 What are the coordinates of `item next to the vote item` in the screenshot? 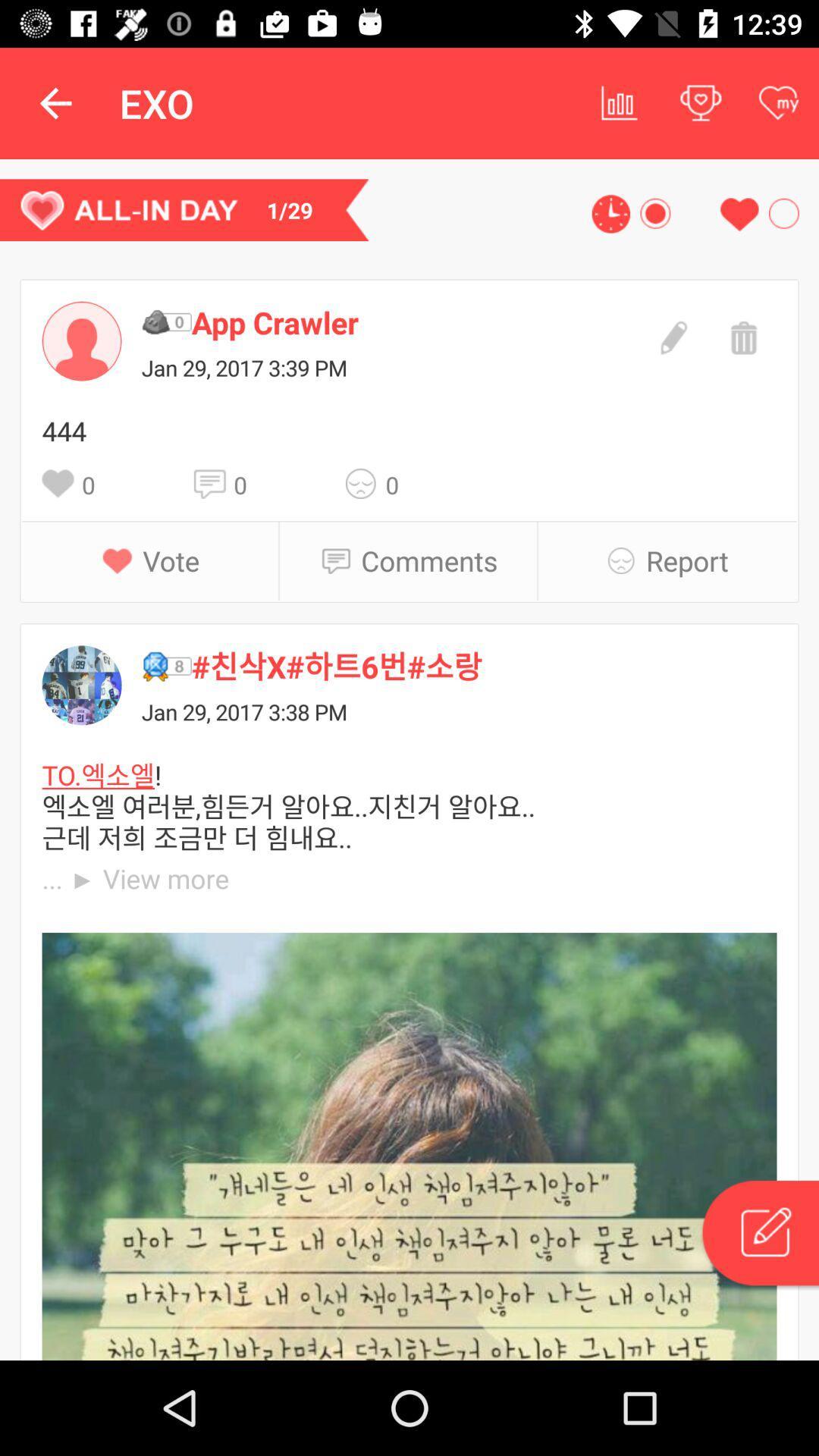 It's located at (122, 560).